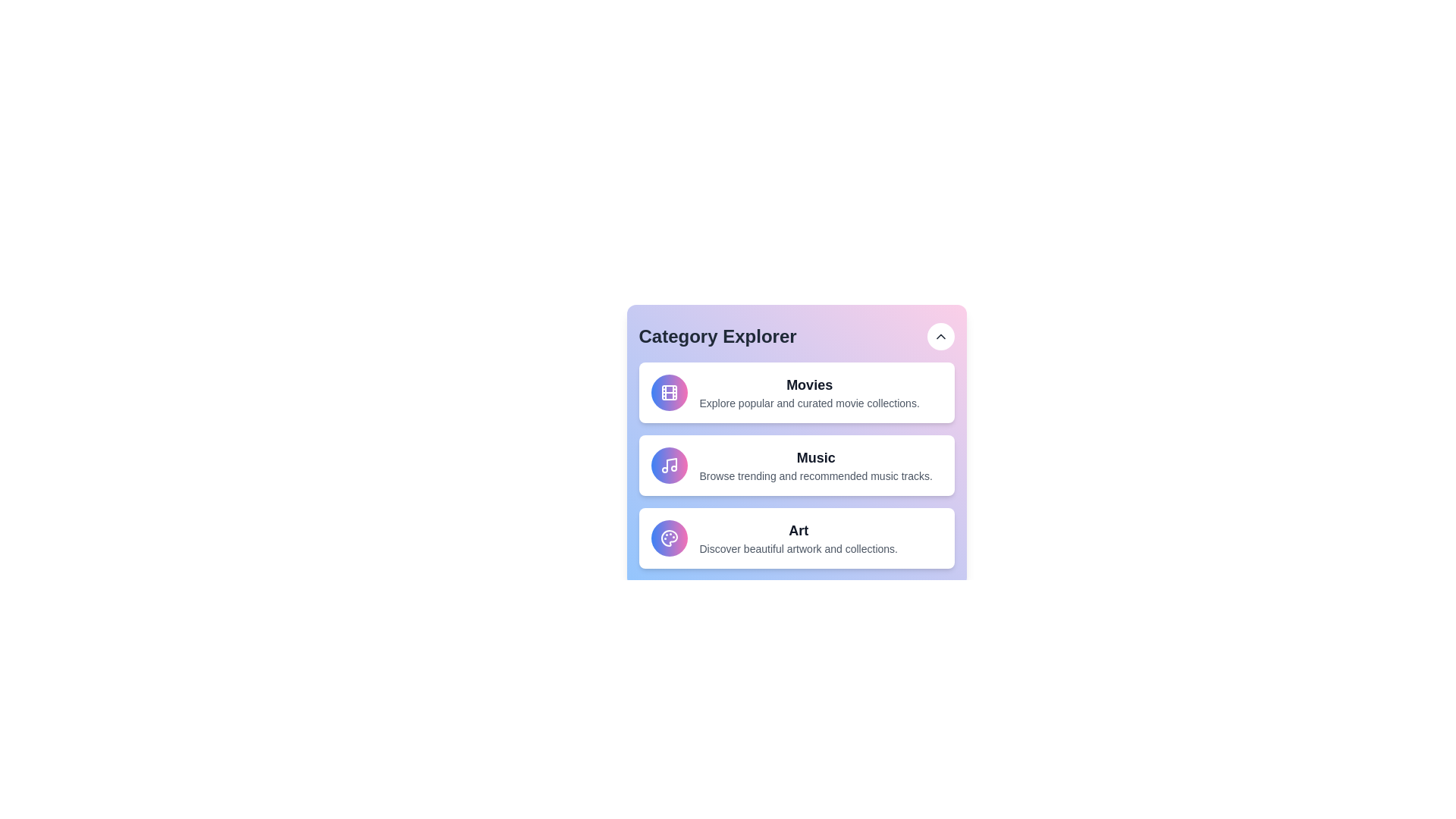 This screenshot has width=1456, height=819. What do you see at coordinates (668, 391) in the screenshot?
I see `the icon of the Movies category` at bounding box center [668, 391].